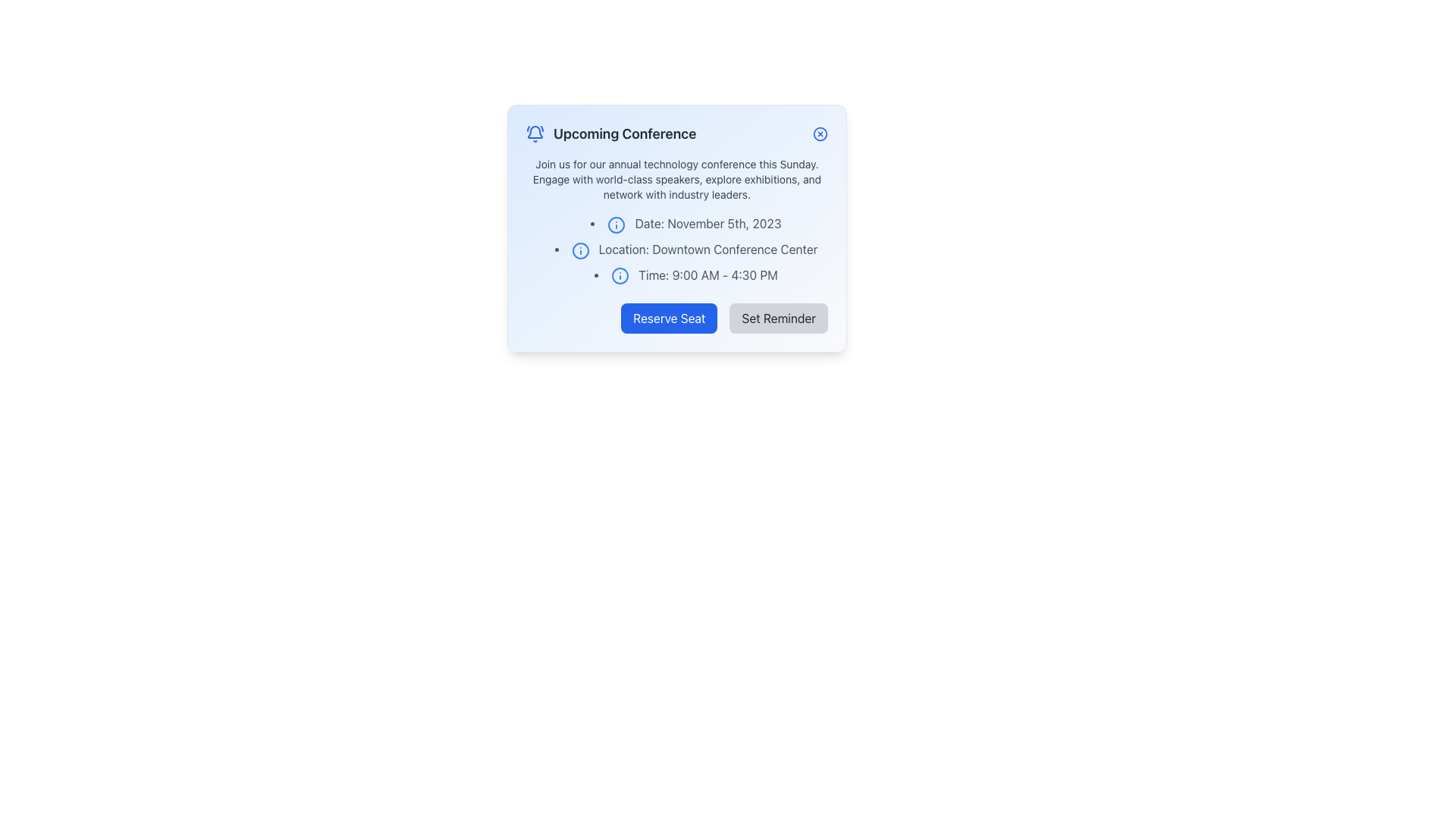 The width and height of the screenshot is (1456, 819). What do you see at coordinates (676, 220) in the screenshot?
I see `information presented in the text block located under the 'Upcoming Conference' heading, providing details about the event such as description, date, location, and time` at bounding box center [676, 220].